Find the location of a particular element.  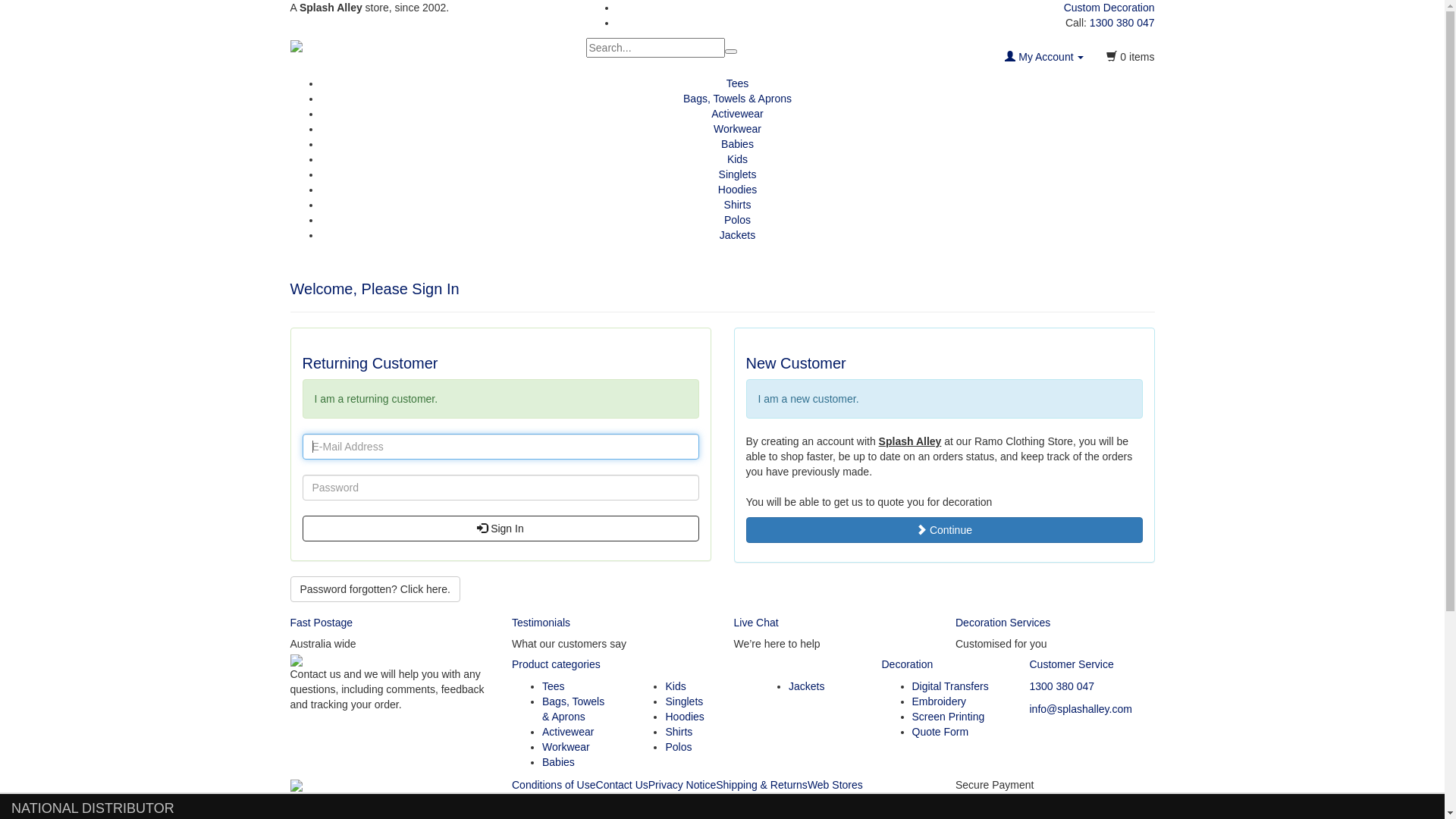

'My Account' is located at coordinates (993, 55).